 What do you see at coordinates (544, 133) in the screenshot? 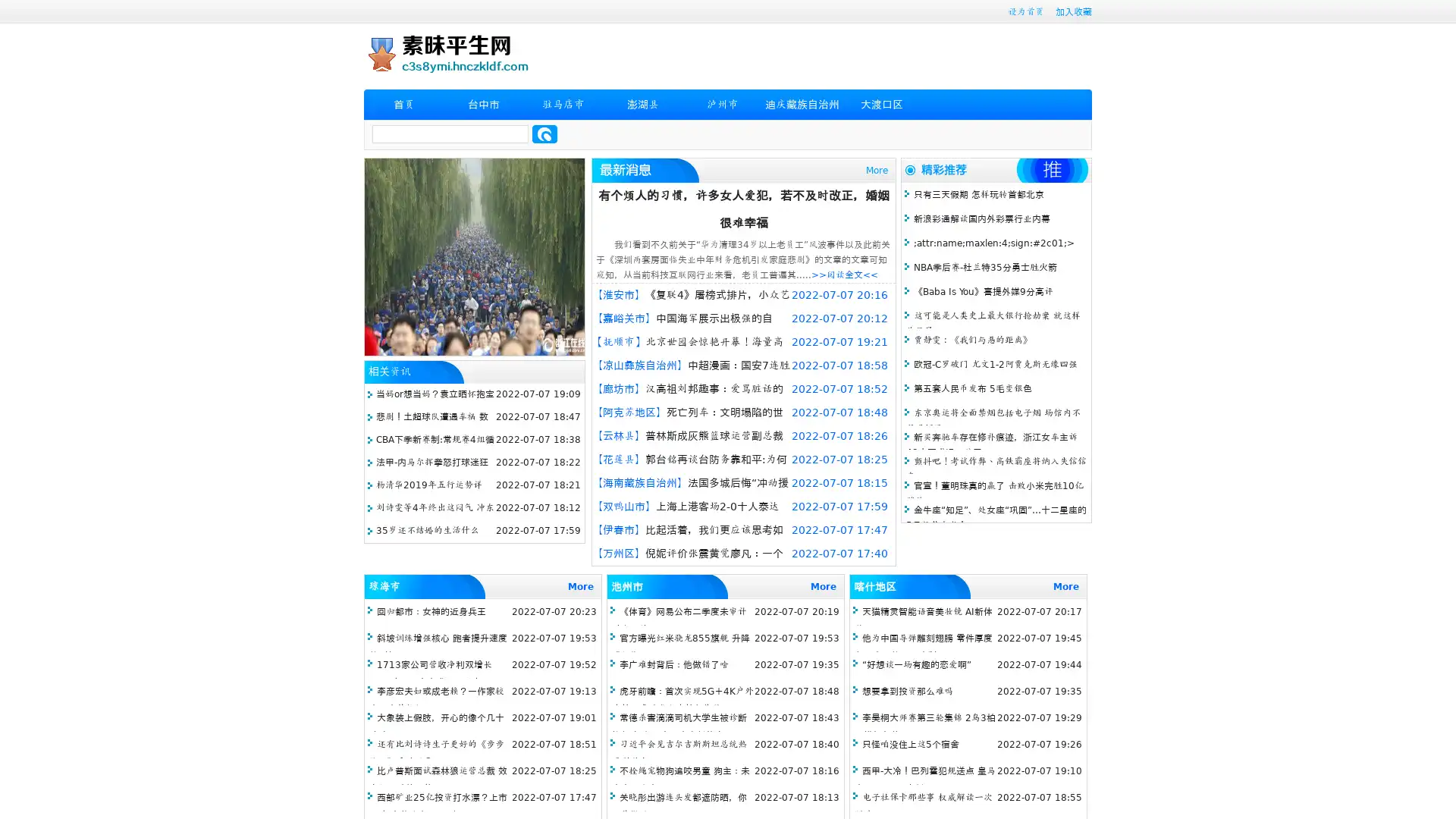
I see `Search` at bounding box center [544, 133].